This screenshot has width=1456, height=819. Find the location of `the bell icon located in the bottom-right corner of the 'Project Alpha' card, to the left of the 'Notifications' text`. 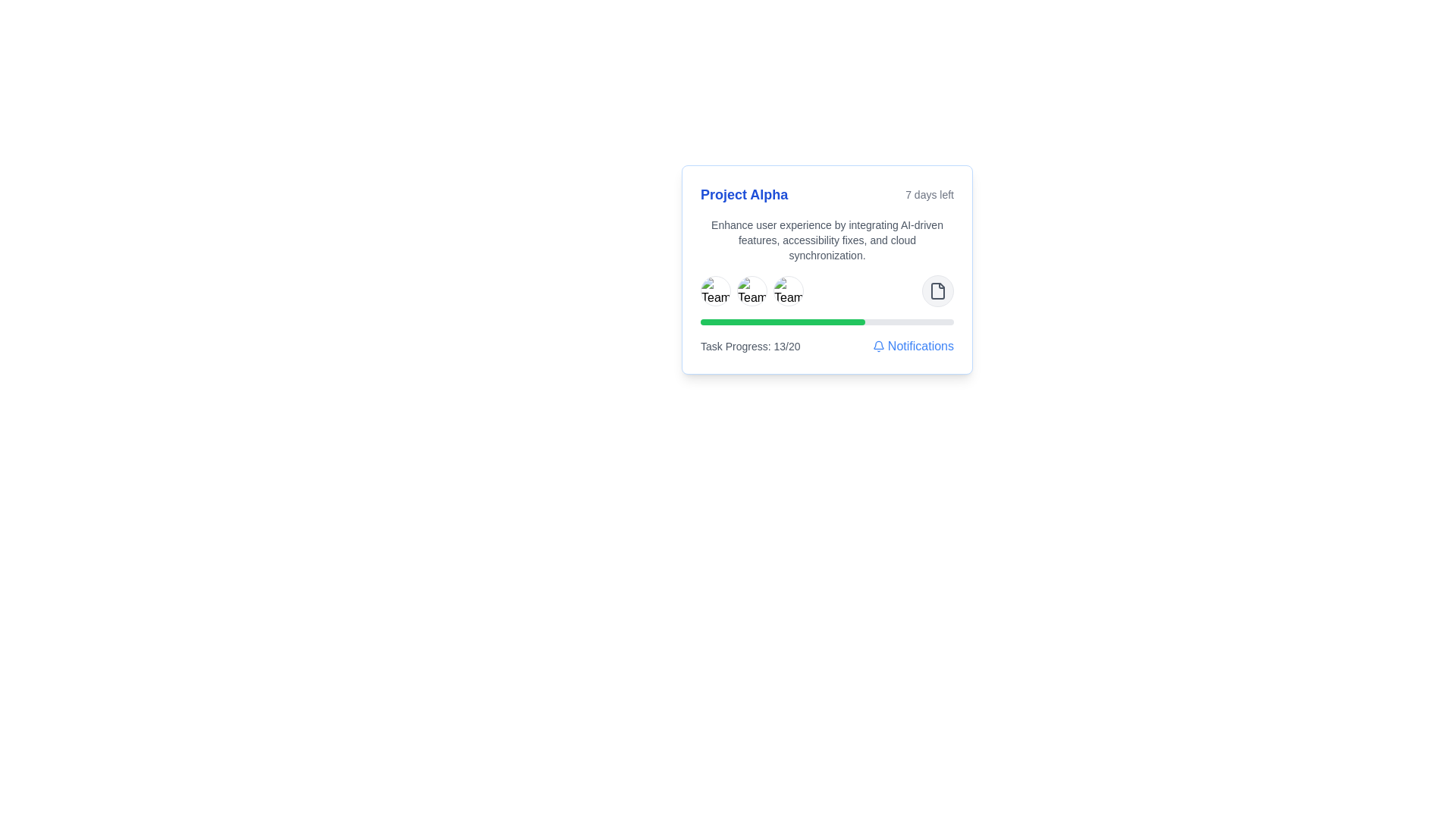

the bell icon located in the bottom-right corner of the 'Project Alpha' card, to the left of the 'Notifications' text is located at coordinates (878, 346).